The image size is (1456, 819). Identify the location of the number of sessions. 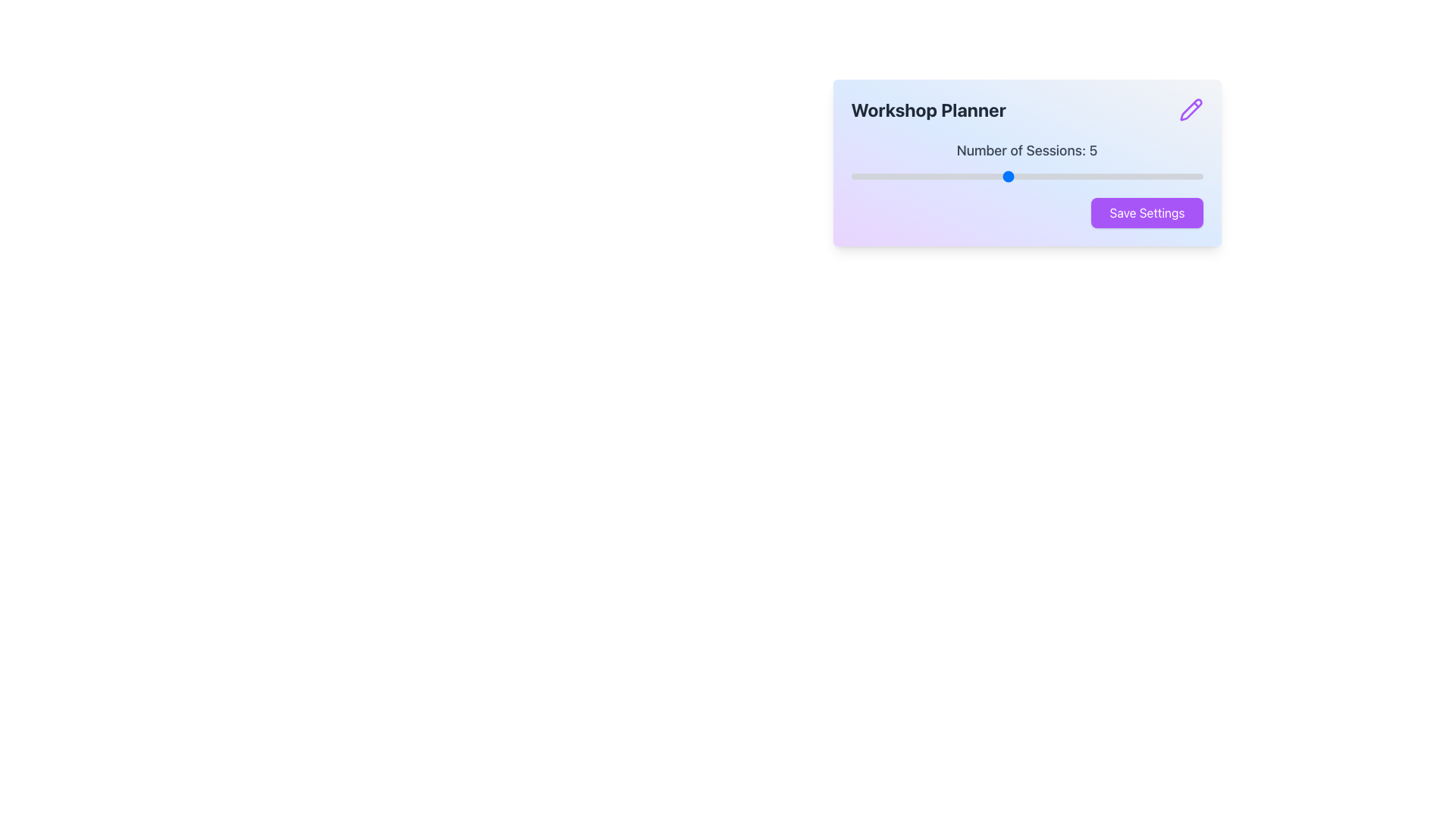
(851, 175).